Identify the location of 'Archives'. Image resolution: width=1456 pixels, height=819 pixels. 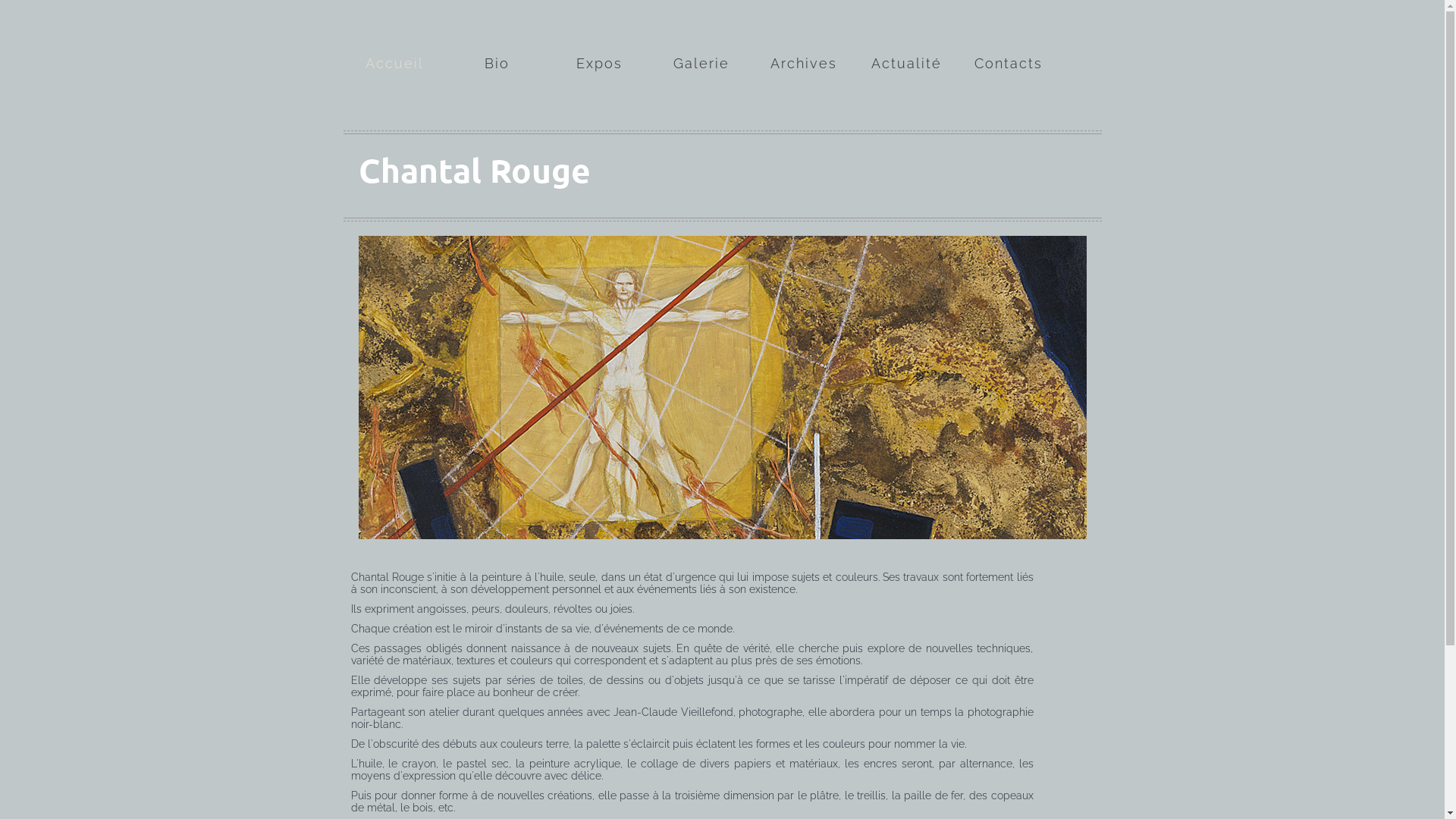
(802, 41).